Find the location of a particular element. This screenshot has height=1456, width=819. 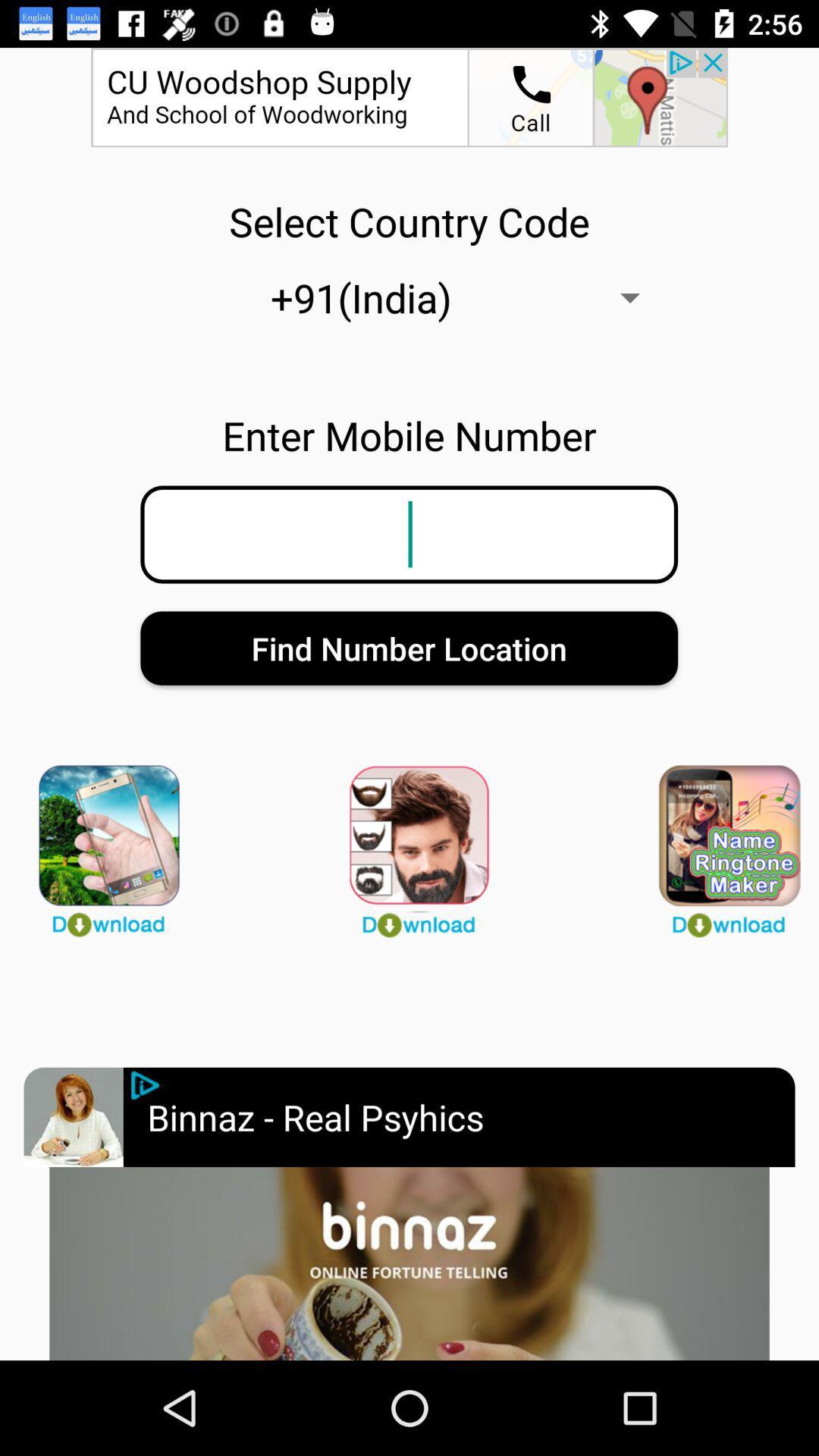

mobile number is located at coordinates (145, 1084).